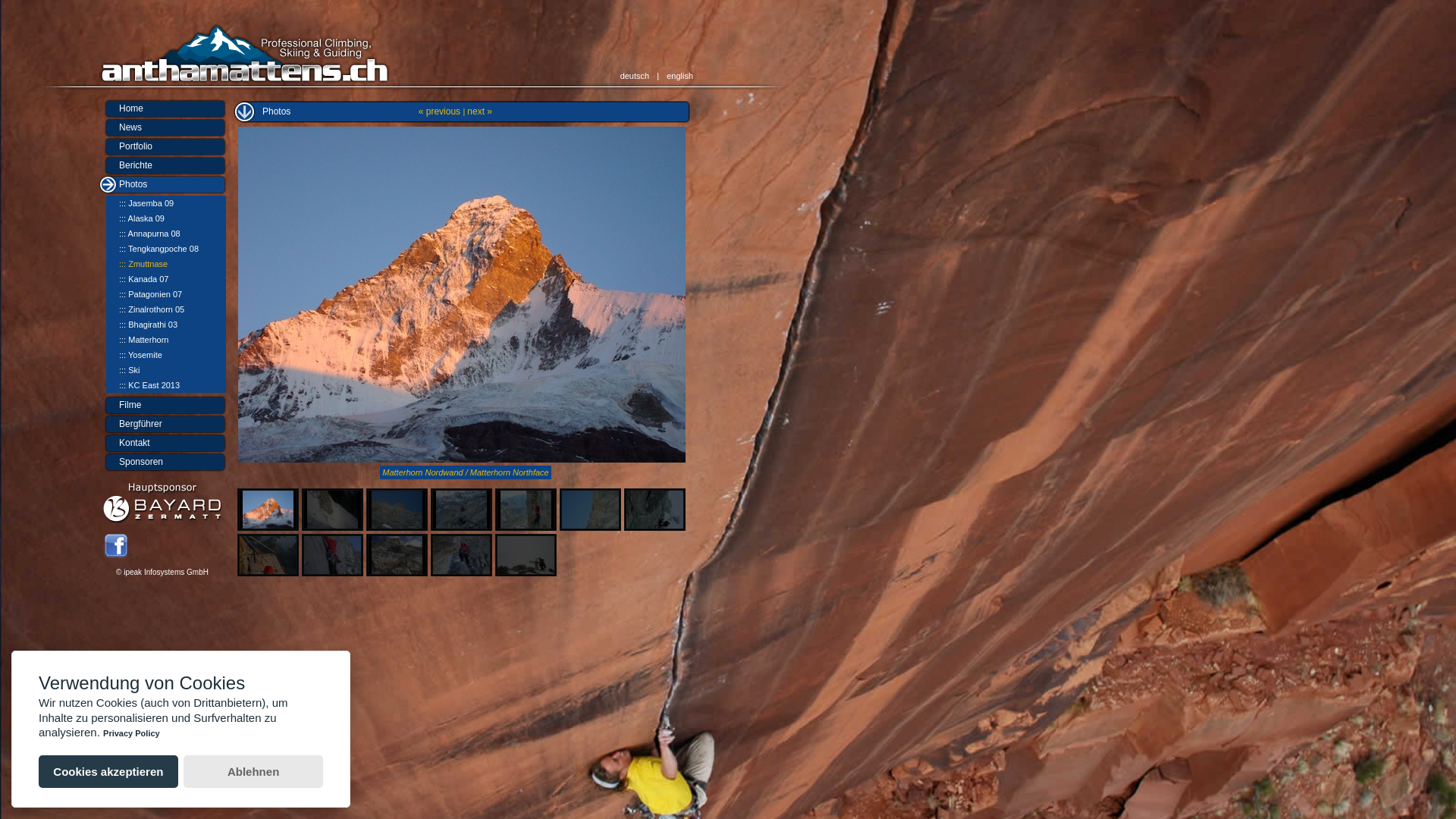 The image size is (1456, 819). What do you see at coordinates (635, 76) in the screenshot?
I see `'deutsch'` at bounding box center [635, 76].